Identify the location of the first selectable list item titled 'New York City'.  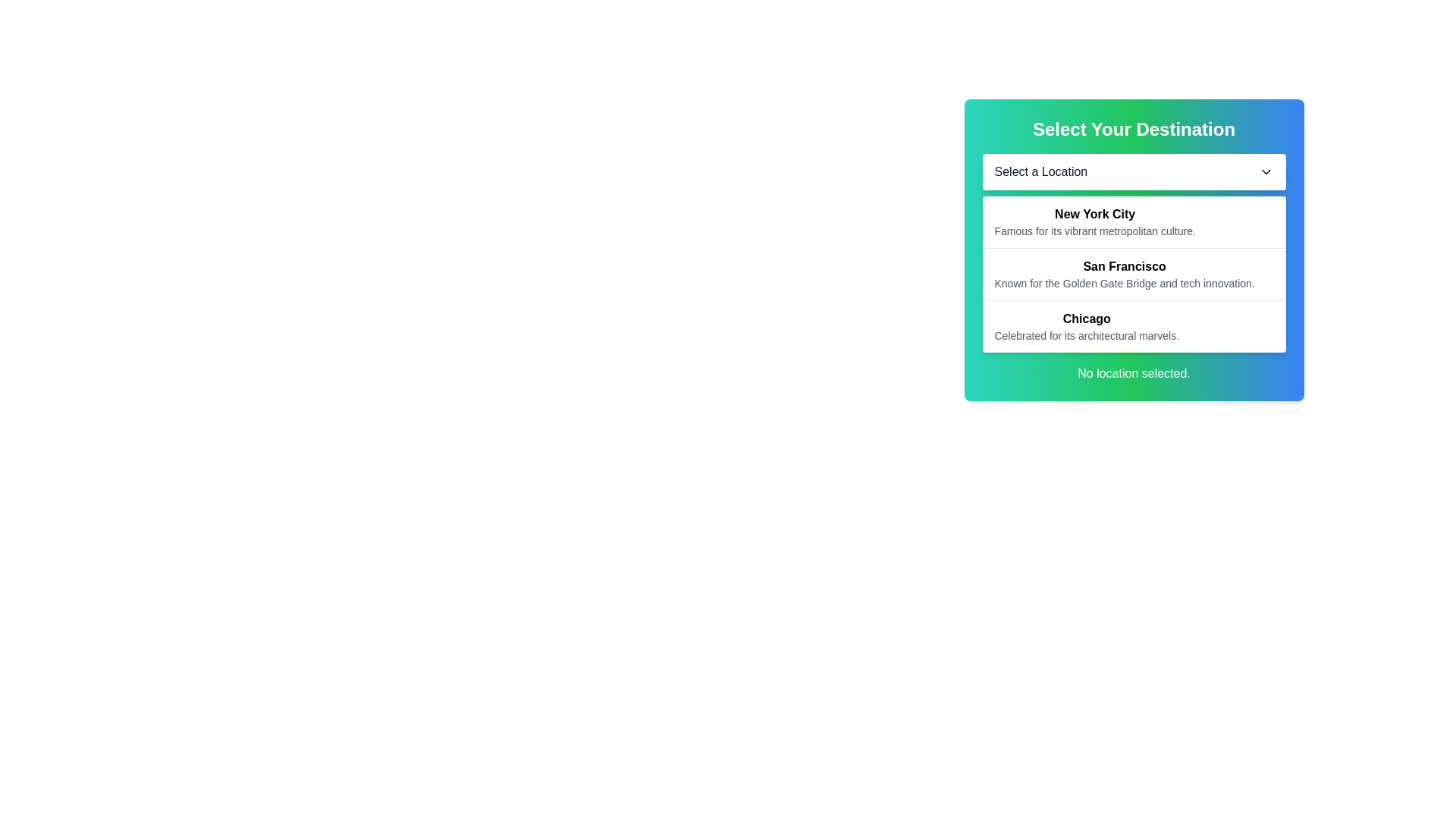
(1134, 222).